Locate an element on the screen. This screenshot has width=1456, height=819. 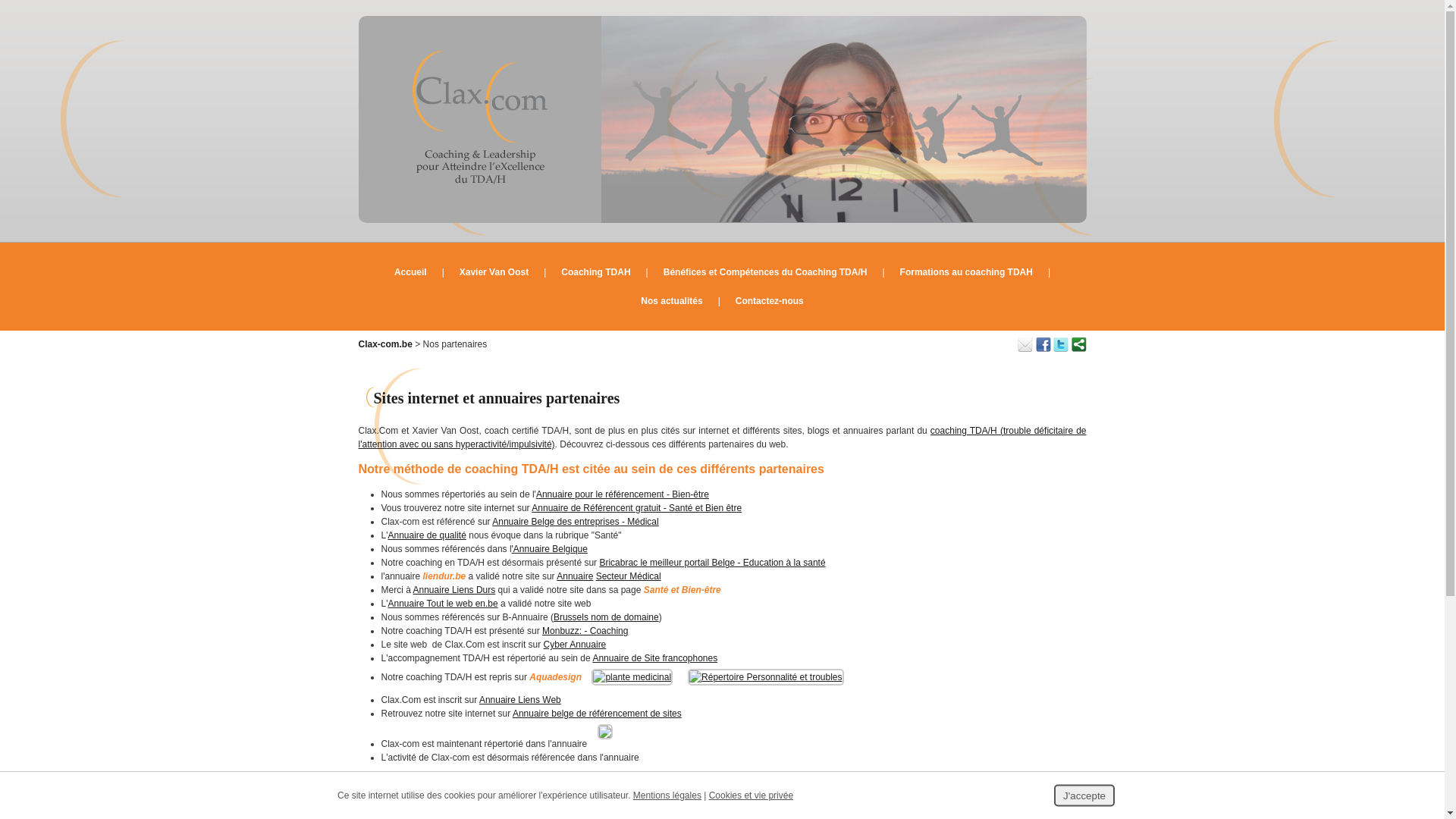
'Contactez-nous' is located at coordinates (769, 301).